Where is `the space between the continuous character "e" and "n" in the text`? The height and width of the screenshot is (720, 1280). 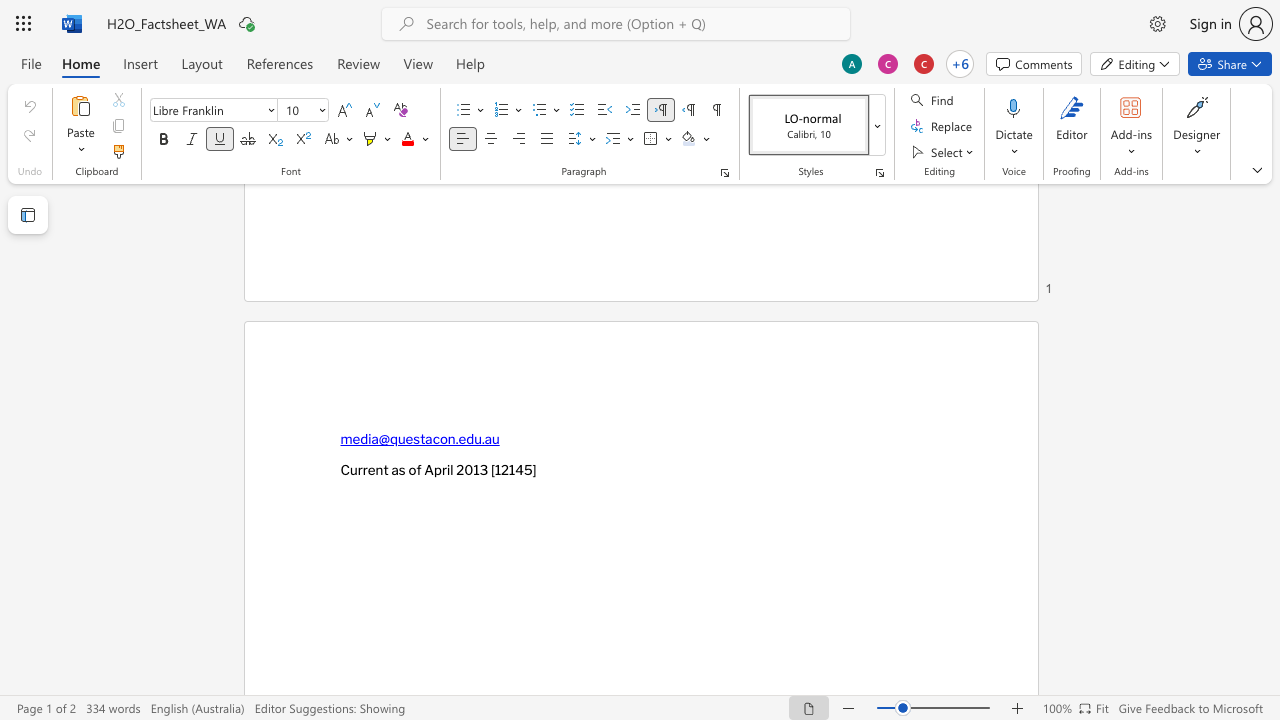
the space between the continuous character "e" and "n" in the text is located at coordinates (375, 469).